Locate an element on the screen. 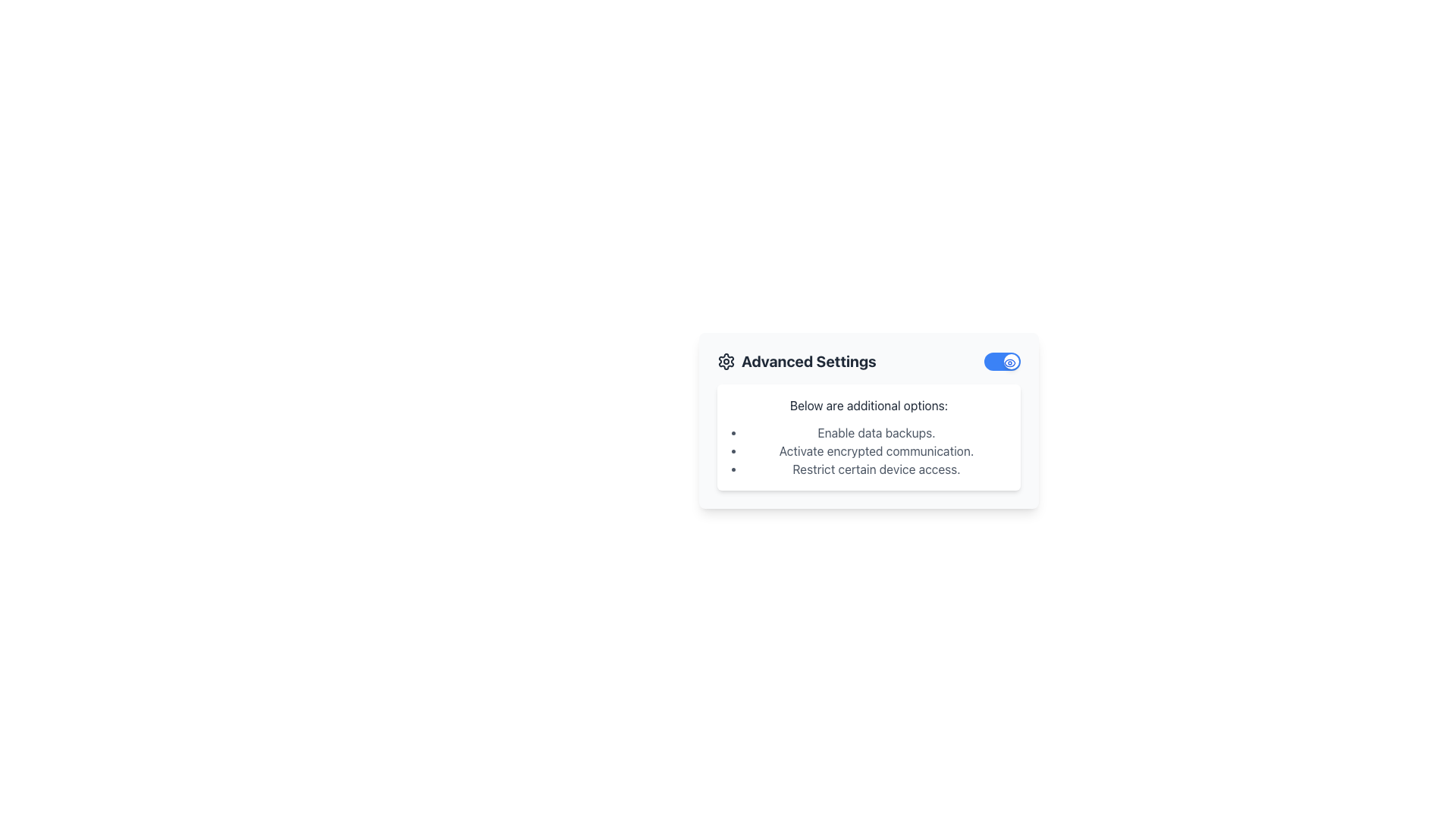 This screenshot has height=819, width=1456. the eye-shaped blue icon located at the top-right side of the 'Advanced Settings' toggle switch component is located at coordinates (1009, 362).